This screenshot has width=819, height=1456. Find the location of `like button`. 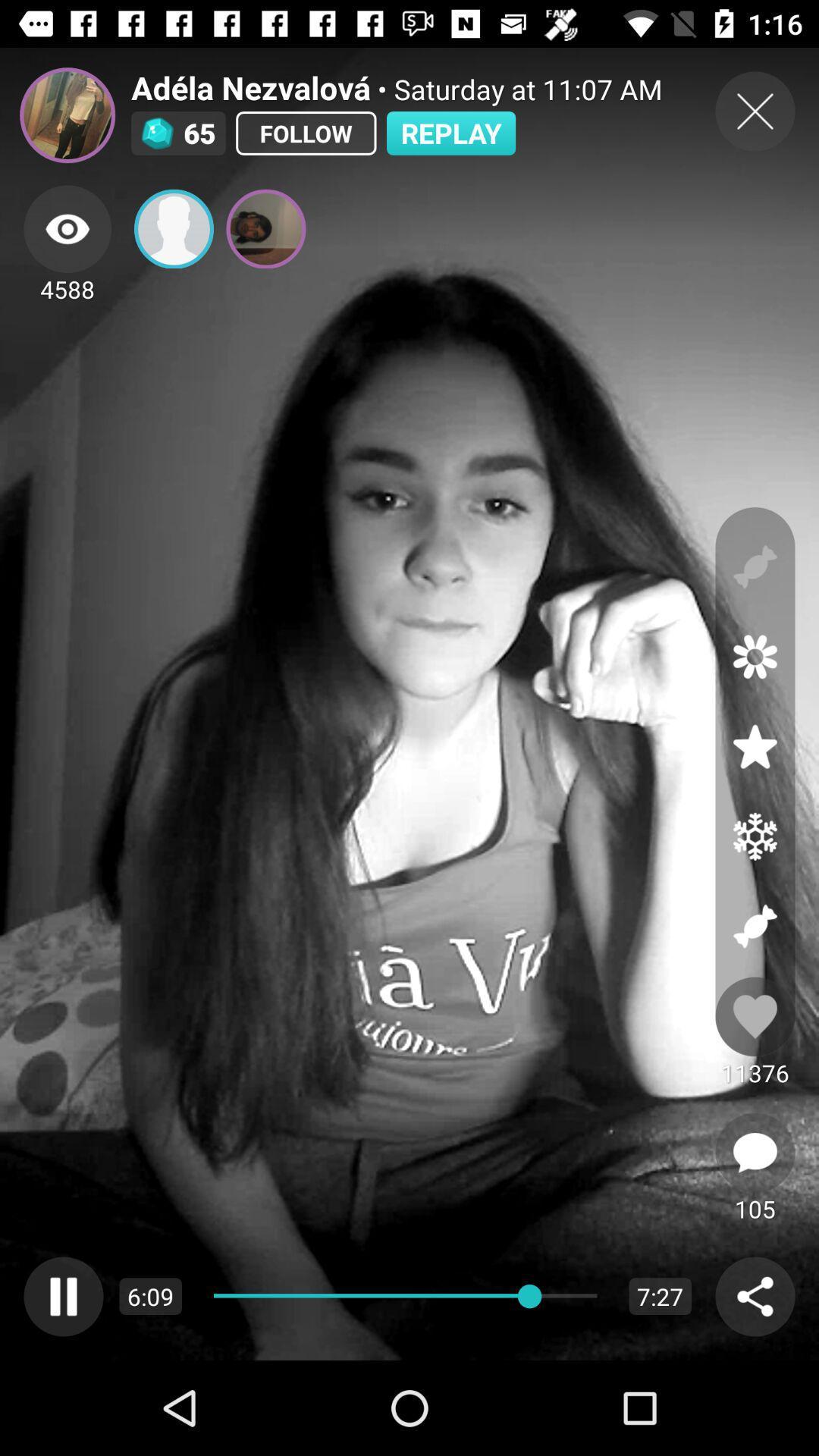

like button is located at coordinates (755, 1016).